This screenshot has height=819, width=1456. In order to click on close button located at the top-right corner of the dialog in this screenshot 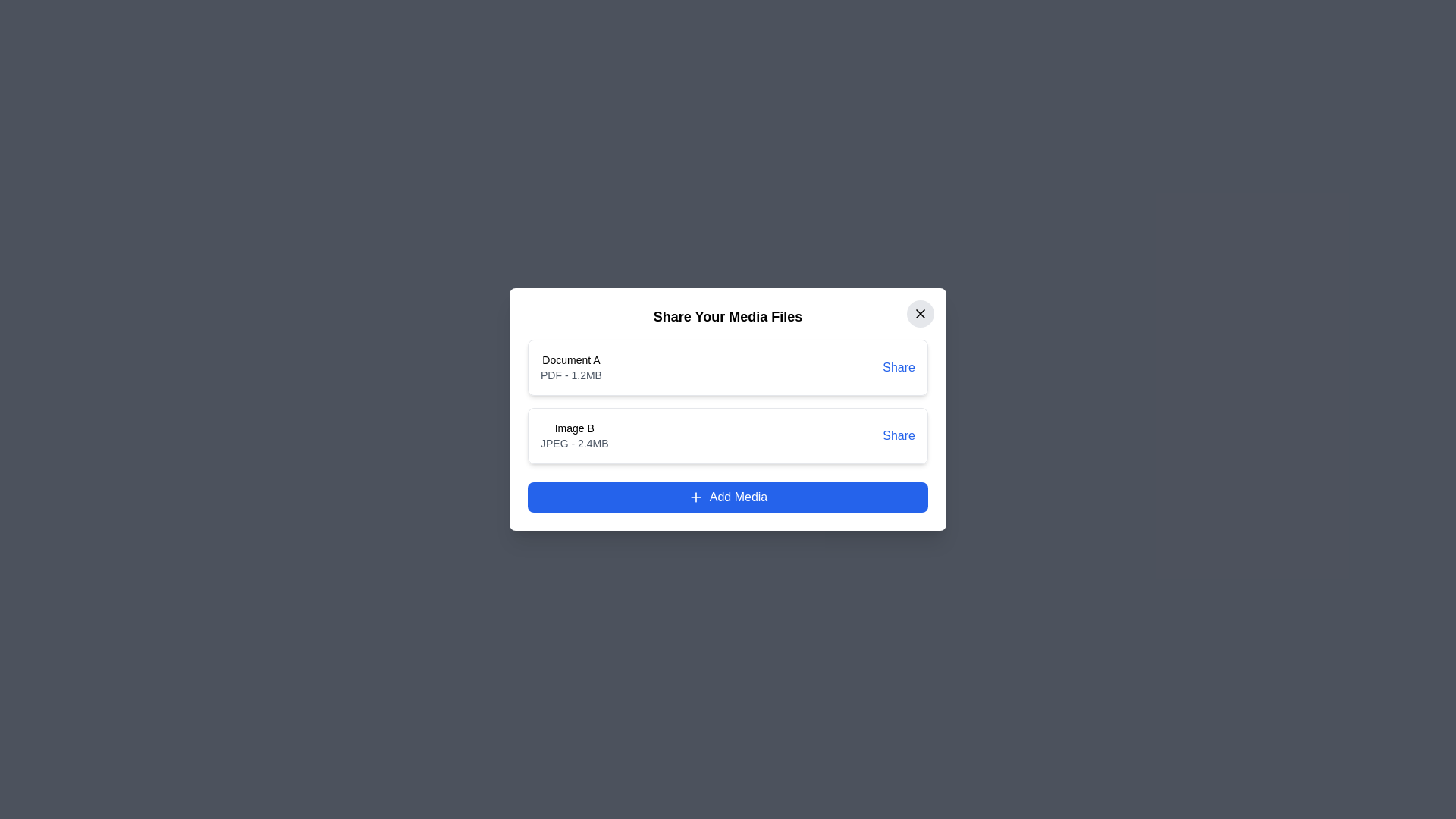, I will do `click(920, 312)`.